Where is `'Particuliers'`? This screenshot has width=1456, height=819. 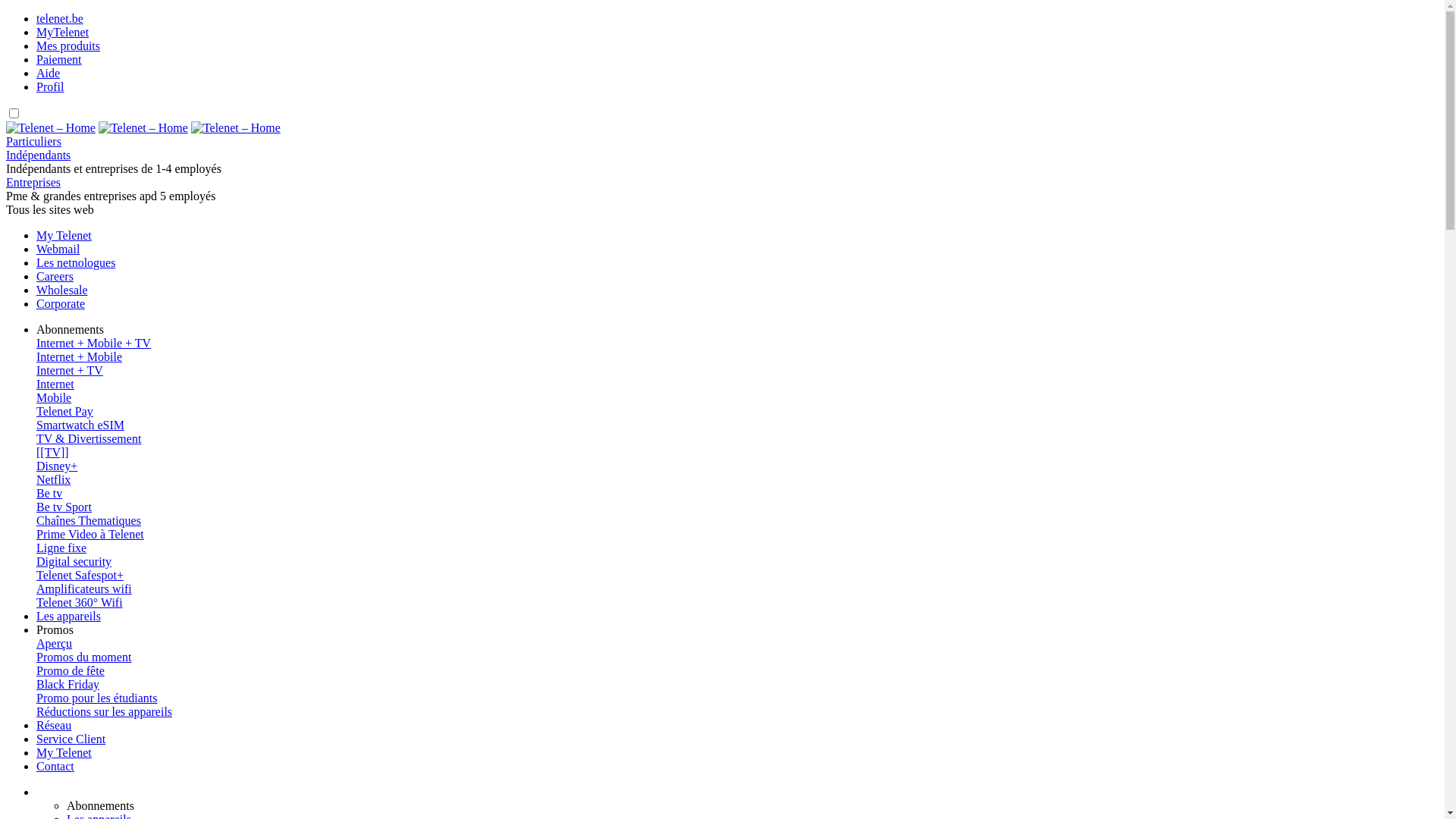 'Particuliers' is located at coordinates (33, 141).